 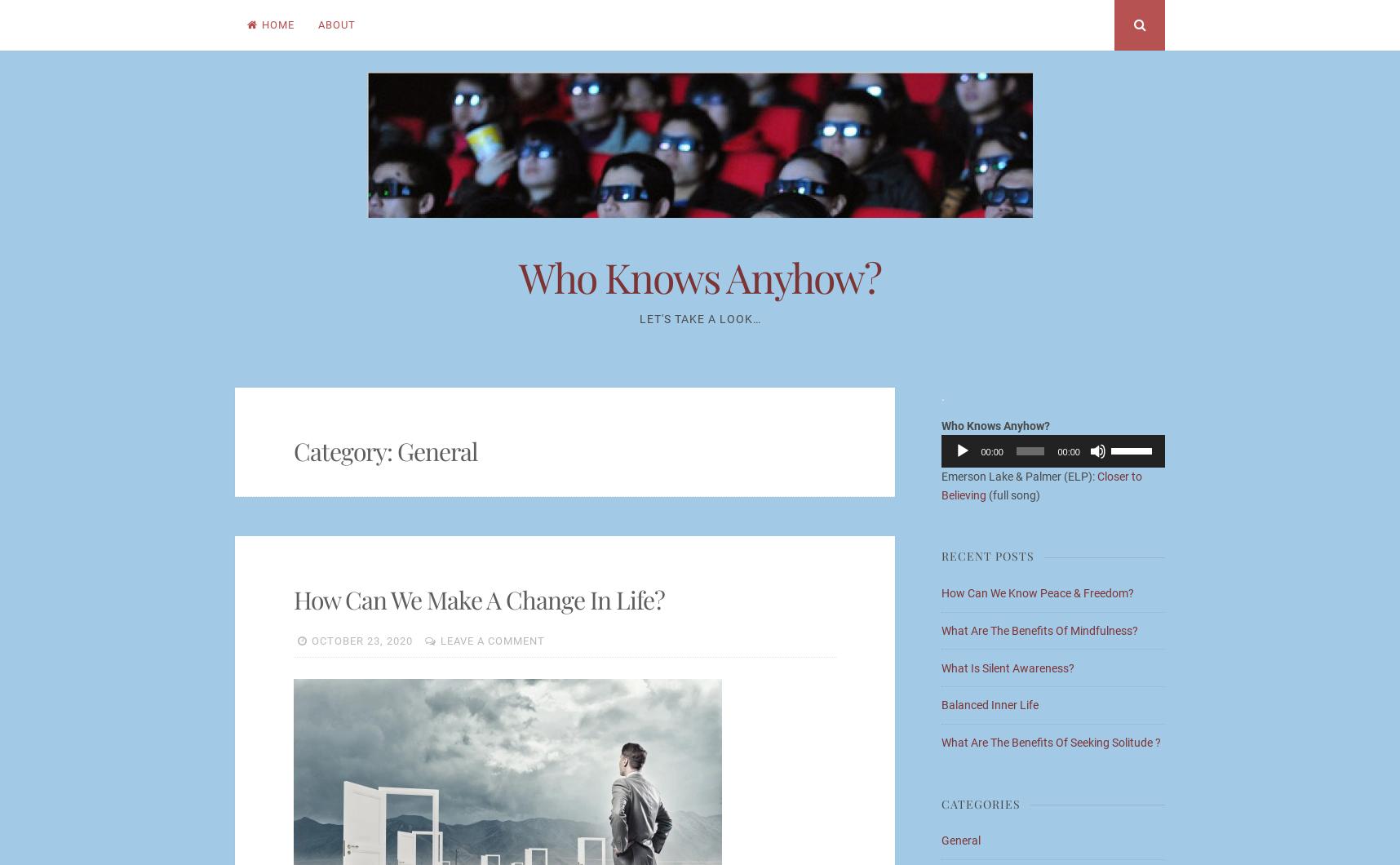 I want to click on '.', so click(x=942, y=394).